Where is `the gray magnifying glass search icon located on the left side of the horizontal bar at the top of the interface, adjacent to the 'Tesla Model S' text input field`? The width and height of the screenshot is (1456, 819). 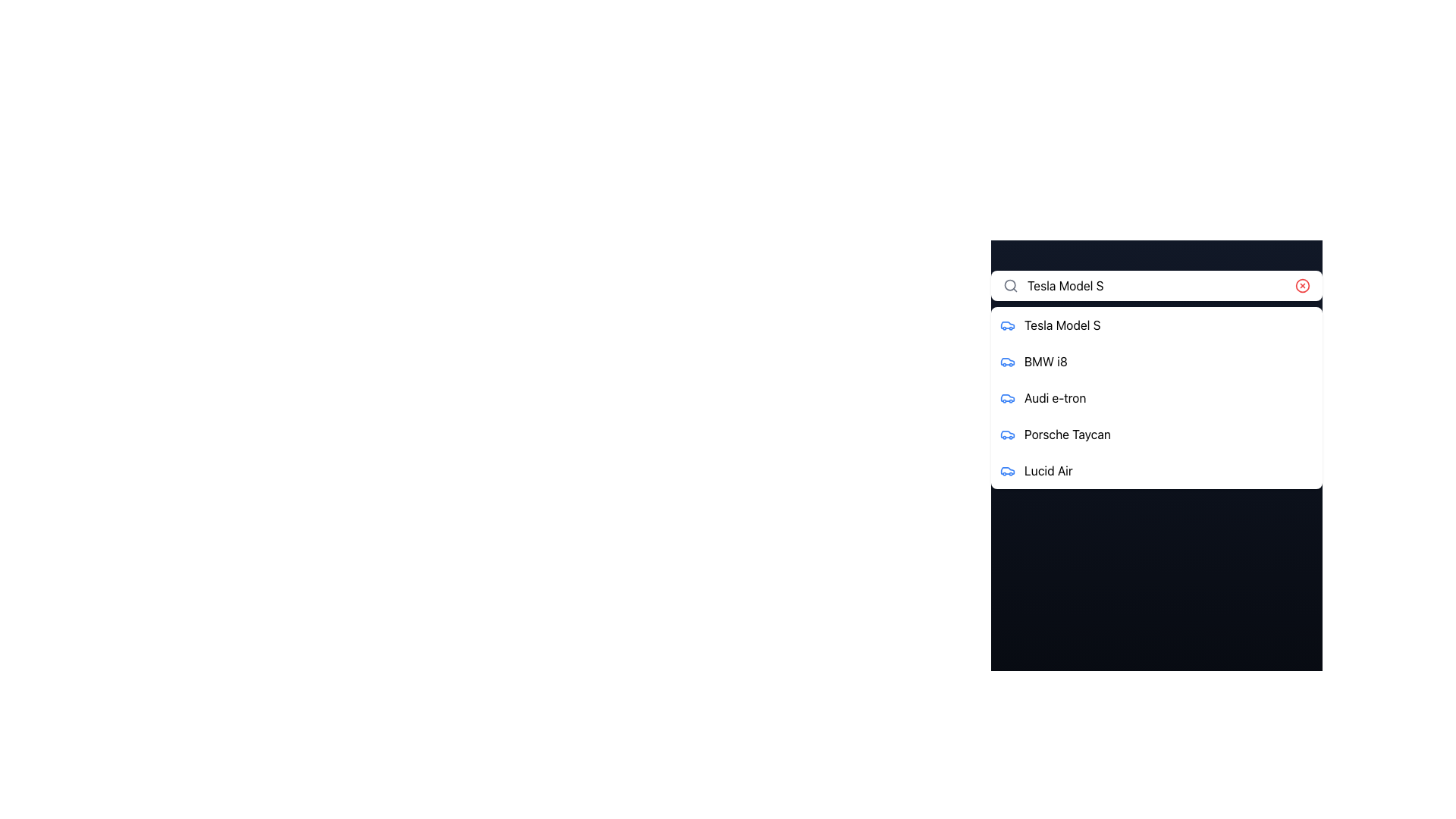 the gray magnifying glass search icon located on the left side of the horizontal bar at the top of the interface, adjacent to the 'Tesla Model S' text input field is located at coordinates (1011, 286).